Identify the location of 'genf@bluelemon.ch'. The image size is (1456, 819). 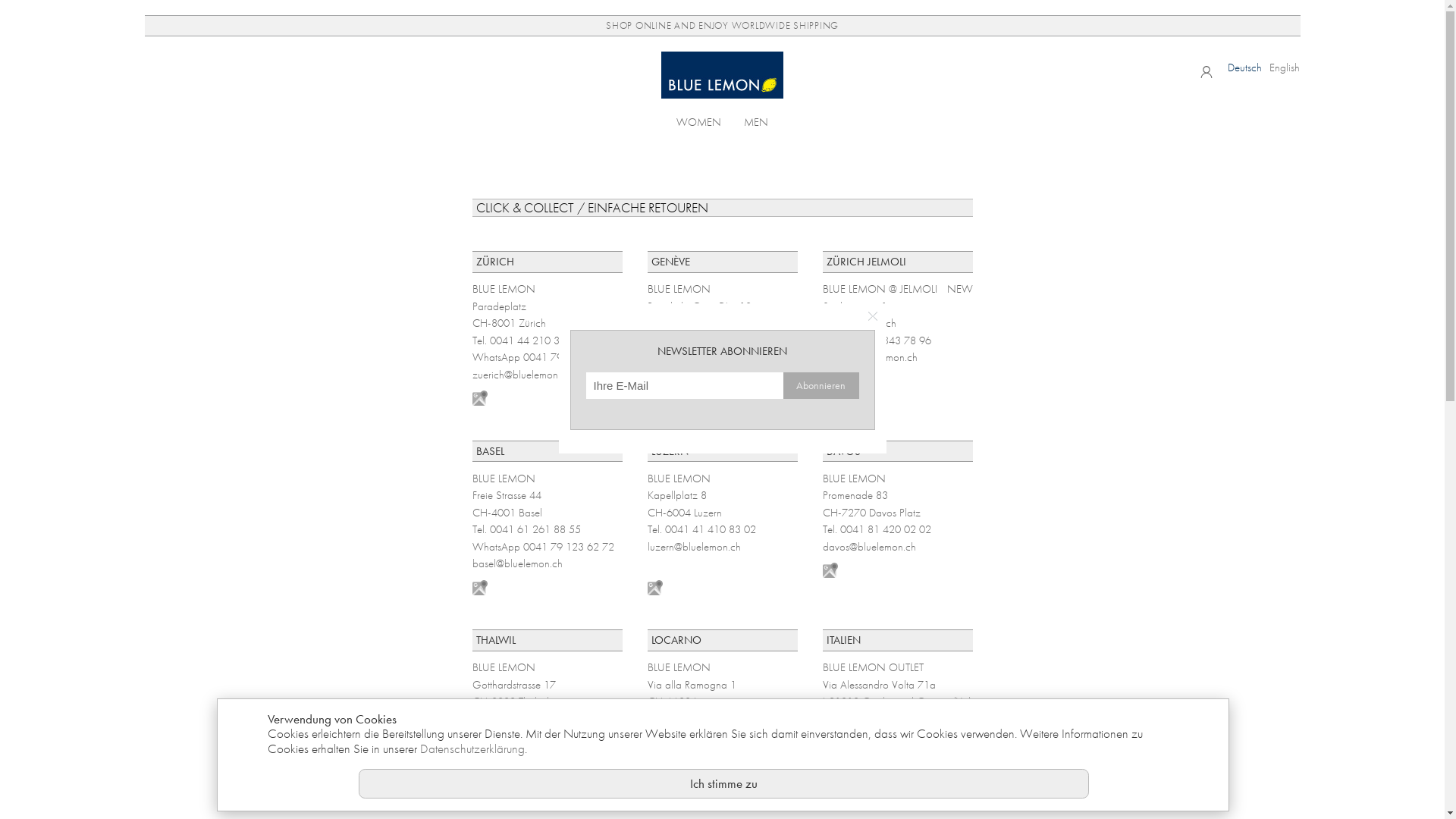
(648, 374).